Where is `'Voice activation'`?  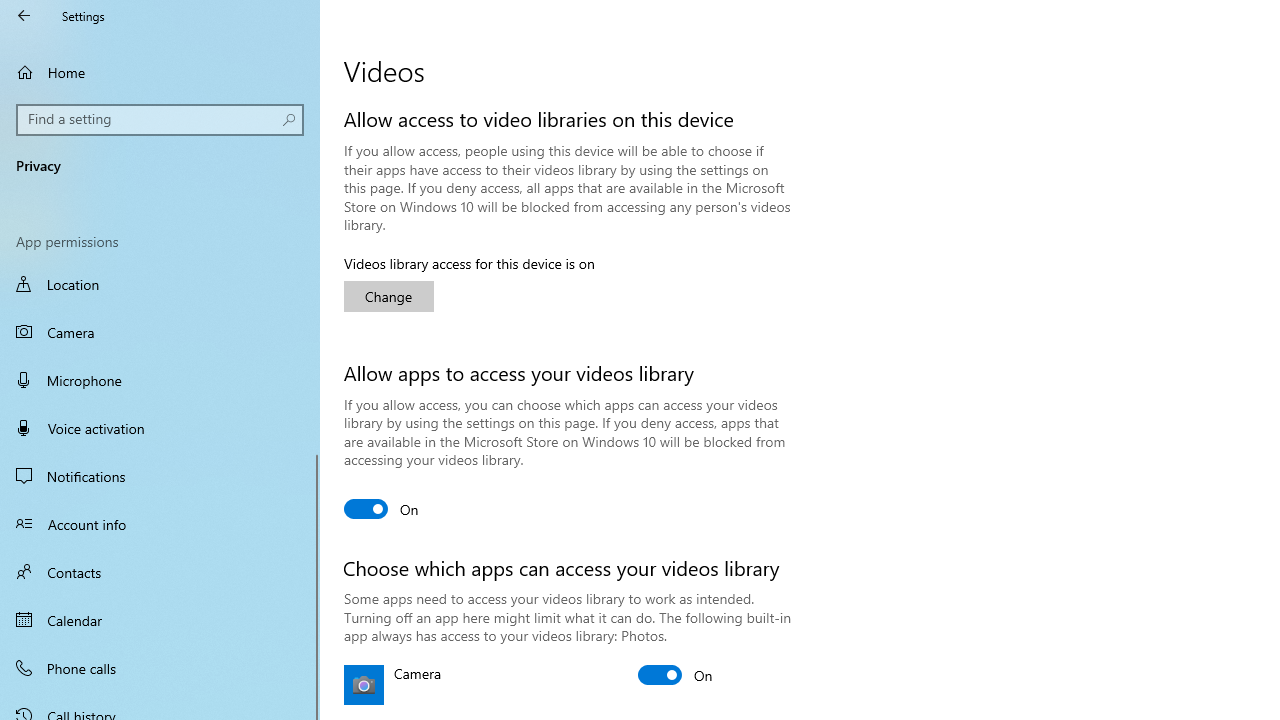
'Voice activation' is located at coordinates (160, 427).